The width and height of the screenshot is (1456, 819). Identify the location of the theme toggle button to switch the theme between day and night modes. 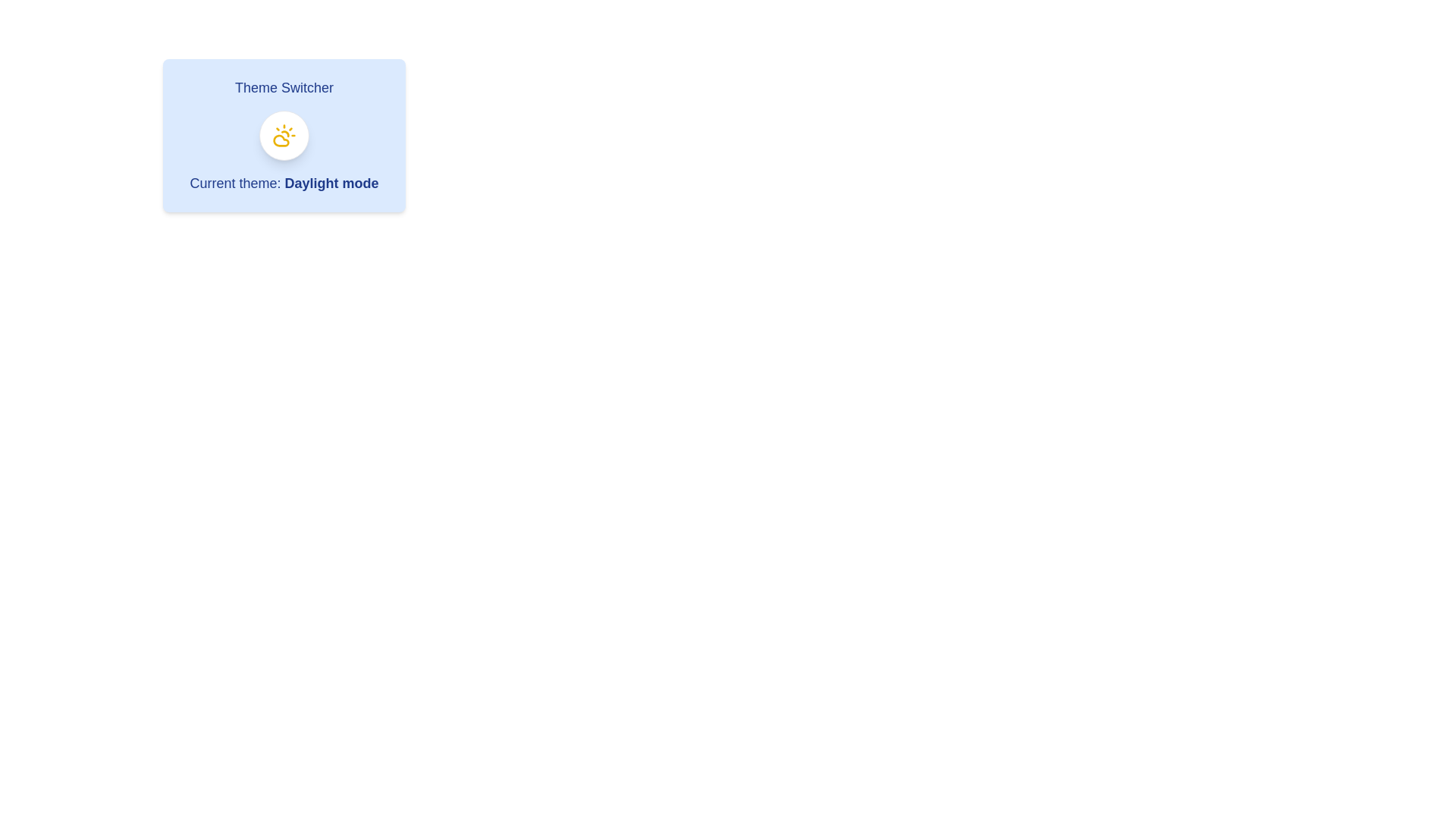
(284, 134).